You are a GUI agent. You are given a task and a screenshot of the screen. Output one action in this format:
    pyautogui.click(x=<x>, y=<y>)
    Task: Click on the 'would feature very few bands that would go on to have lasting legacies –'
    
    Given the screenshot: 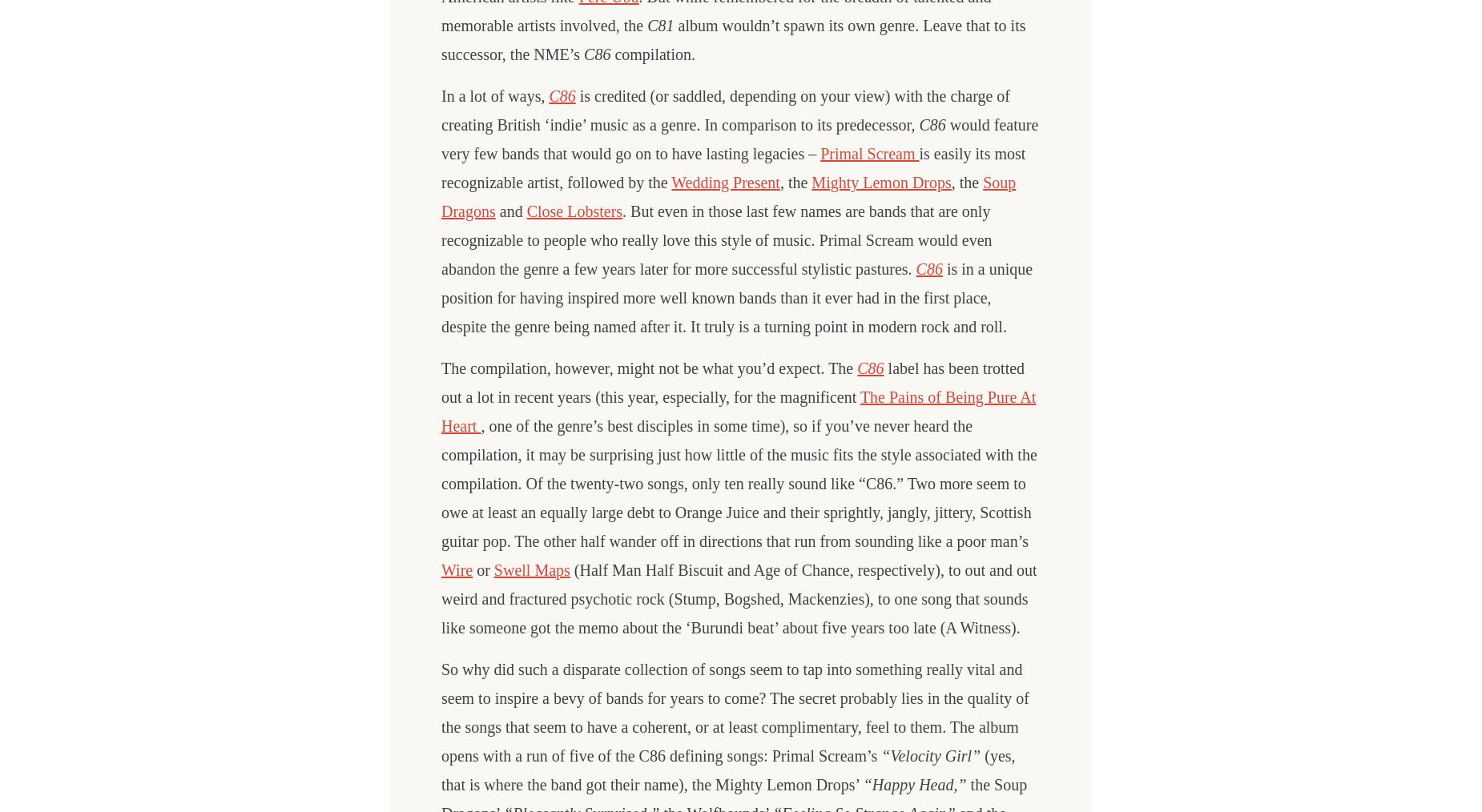 What is the action you would take?
    pyautogui.click(x=739, y=139)
    